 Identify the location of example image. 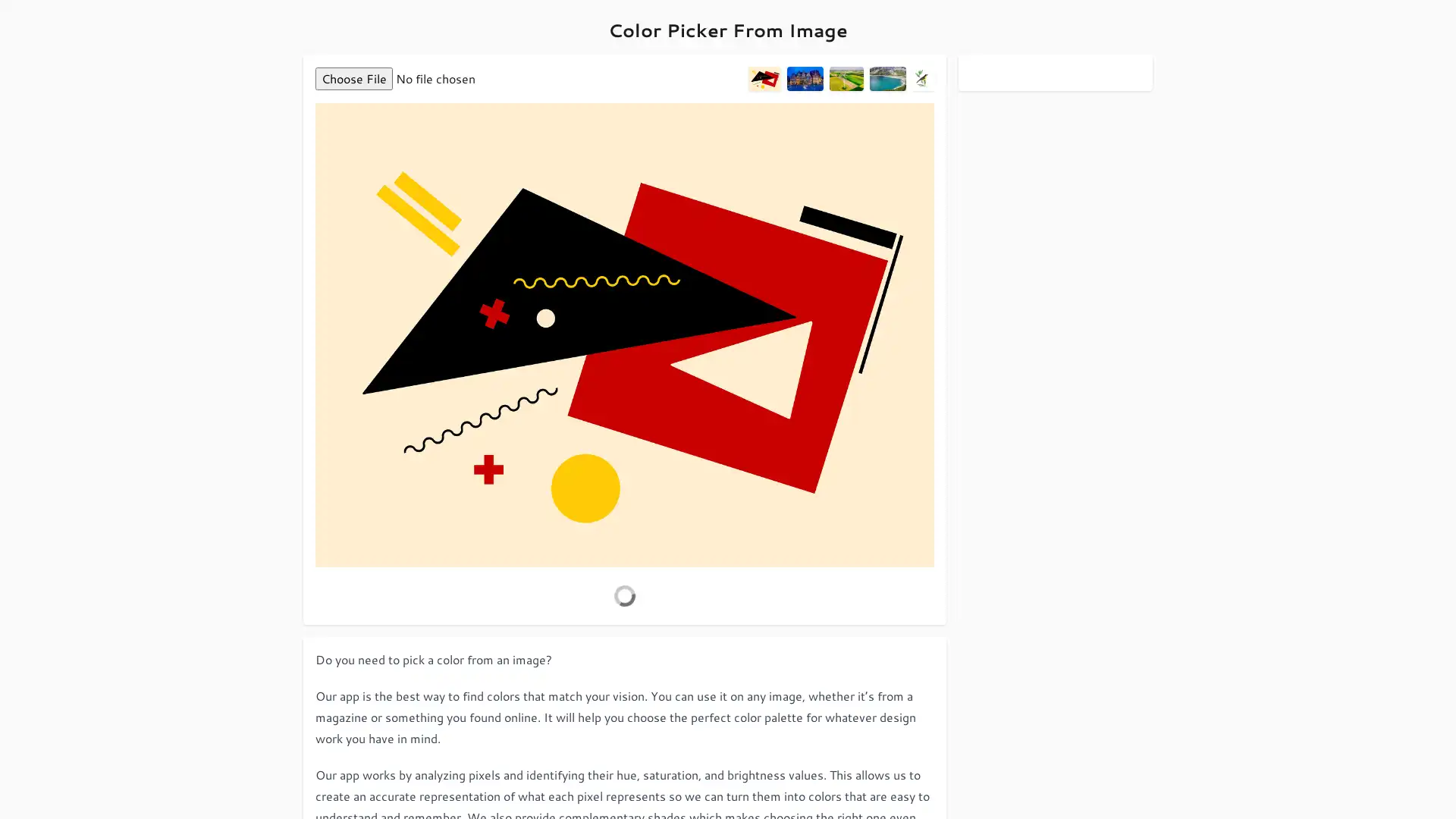
(764, 79).